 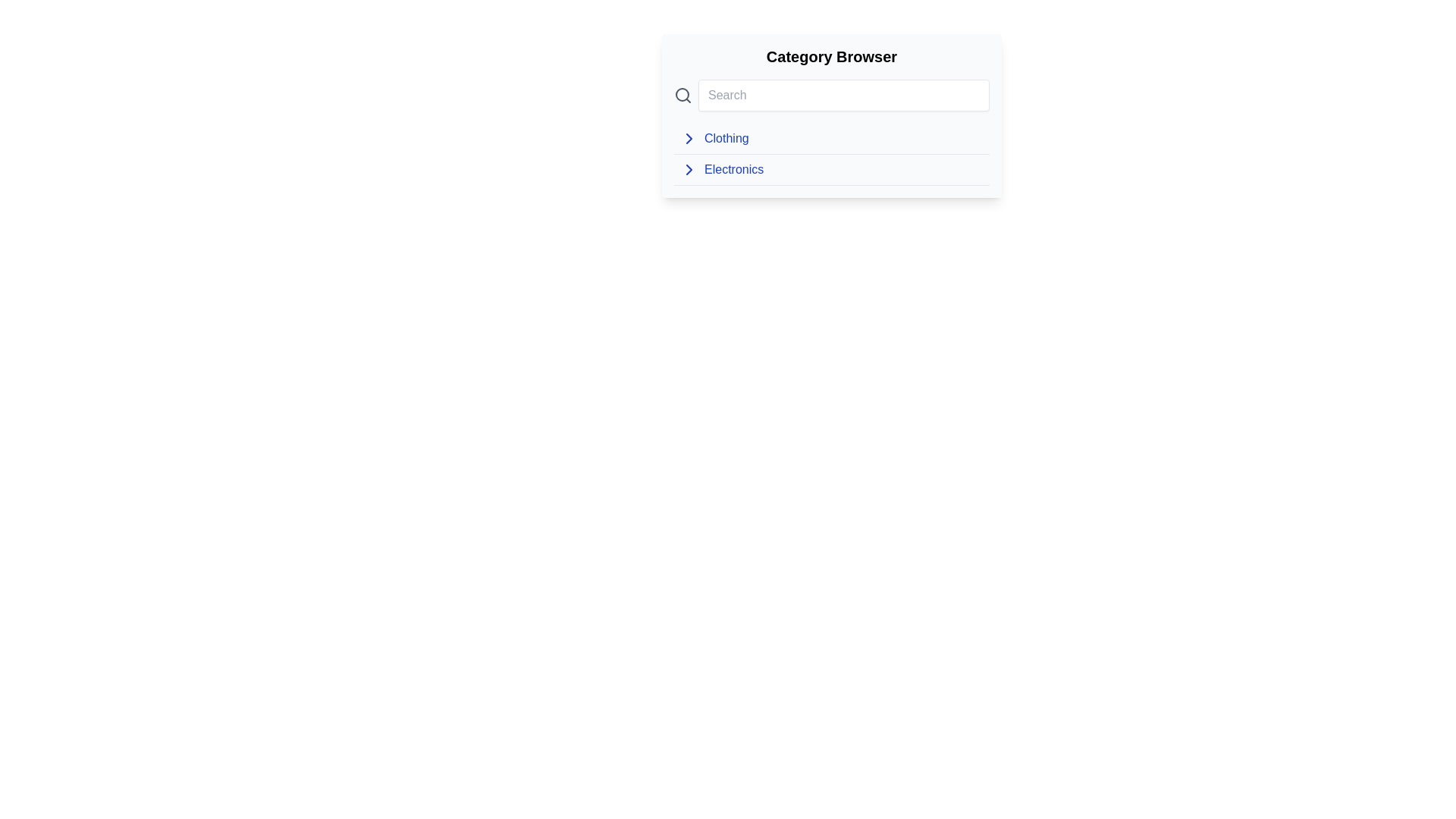 What do you see at coordinates (726, 138) in the screenshot?
I see `text label indicating the 'Clothing' category option, which is located to the right of a chevron icon in the first option of a vertical list within the 'Category Browser' panel` at bounding box center [726, 138].